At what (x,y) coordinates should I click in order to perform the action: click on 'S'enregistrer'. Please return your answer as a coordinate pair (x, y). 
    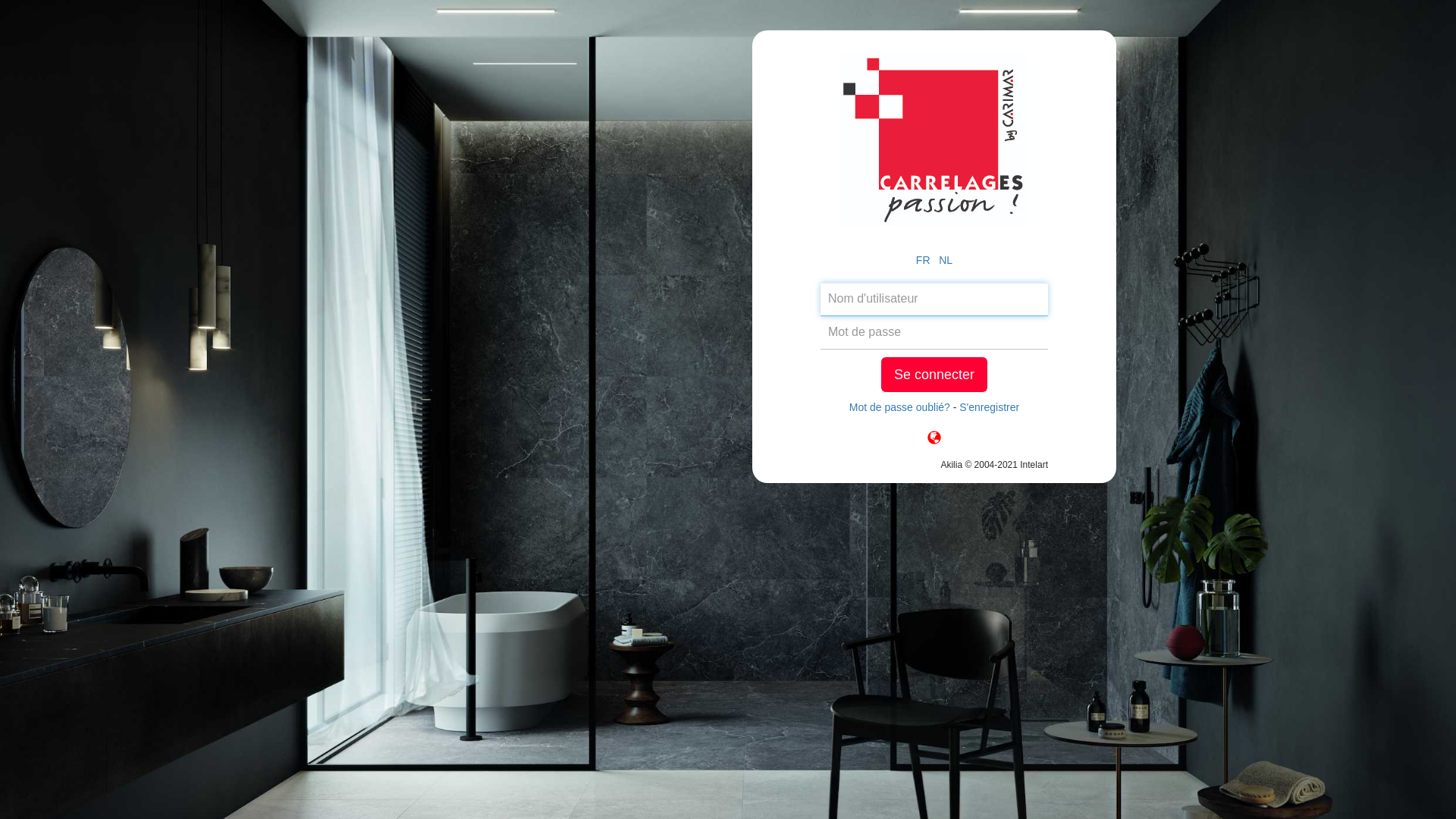
    Looking at the image, I should click on (989, 406).